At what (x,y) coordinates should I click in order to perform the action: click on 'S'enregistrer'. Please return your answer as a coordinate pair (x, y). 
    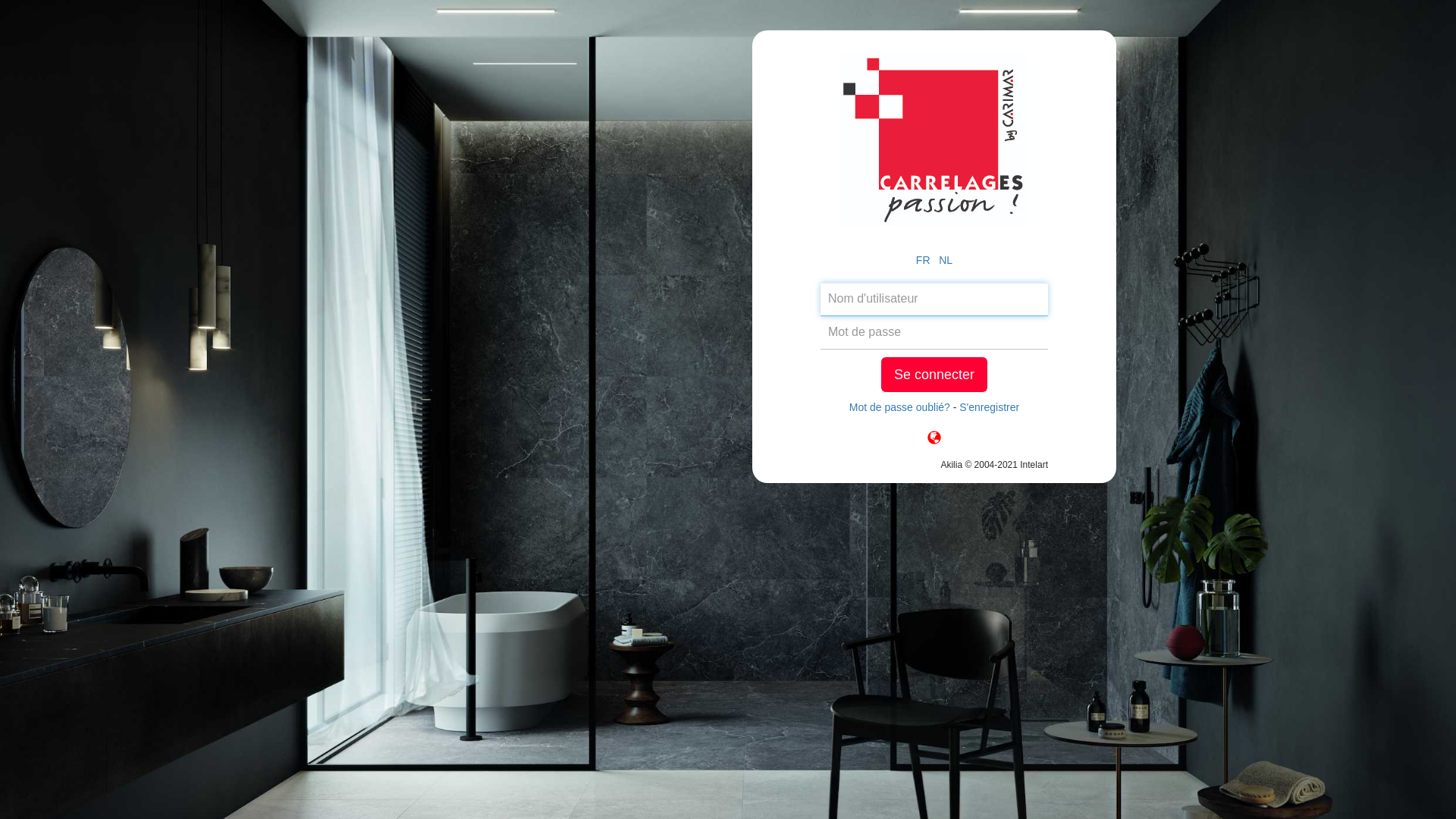
    Looking at the image, I should click on (989, 406).